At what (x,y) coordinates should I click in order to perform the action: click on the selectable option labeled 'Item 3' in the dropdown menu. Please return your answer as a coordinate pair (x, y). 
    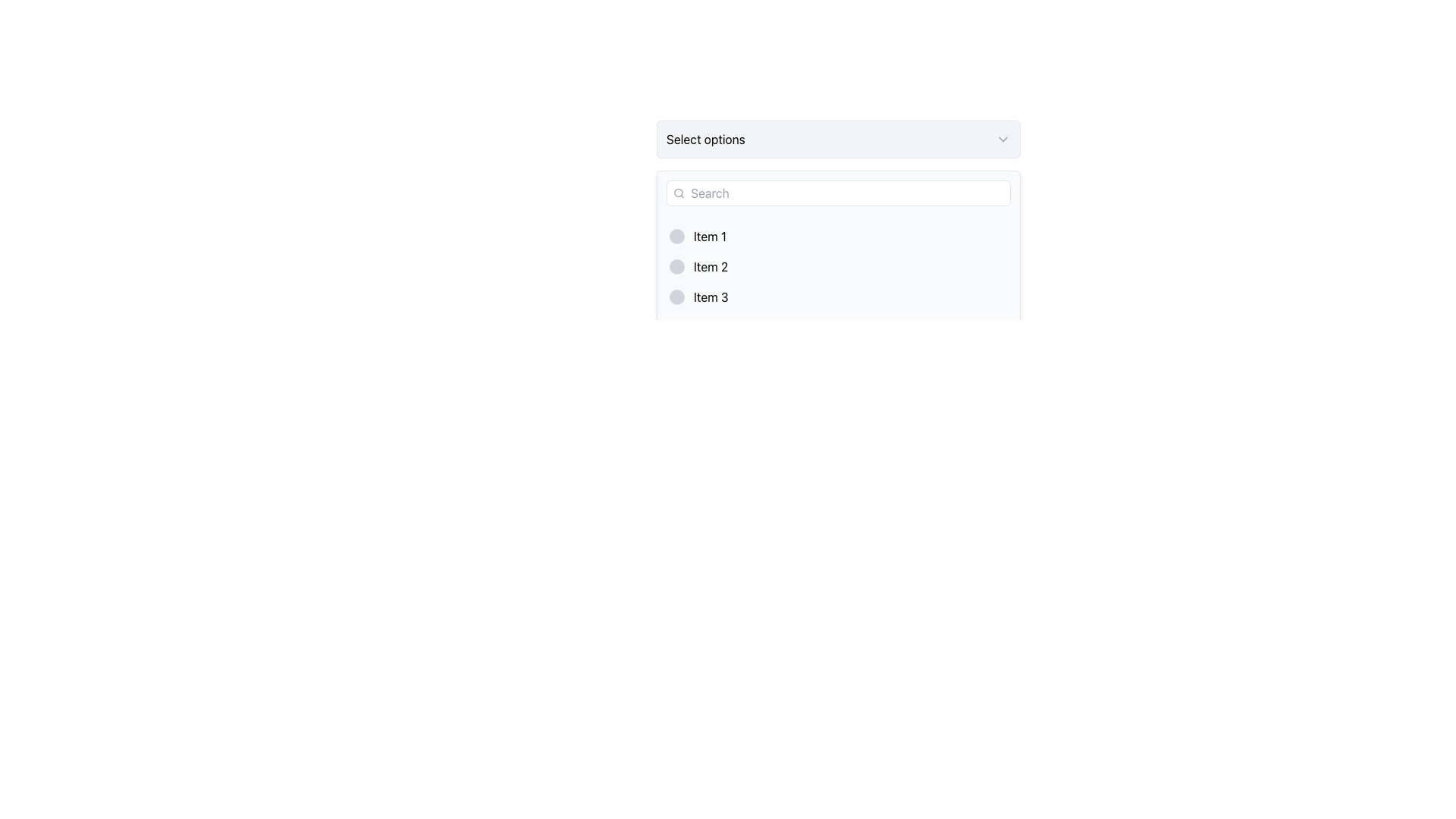
    Looking at the image, I should click on (837, 297).